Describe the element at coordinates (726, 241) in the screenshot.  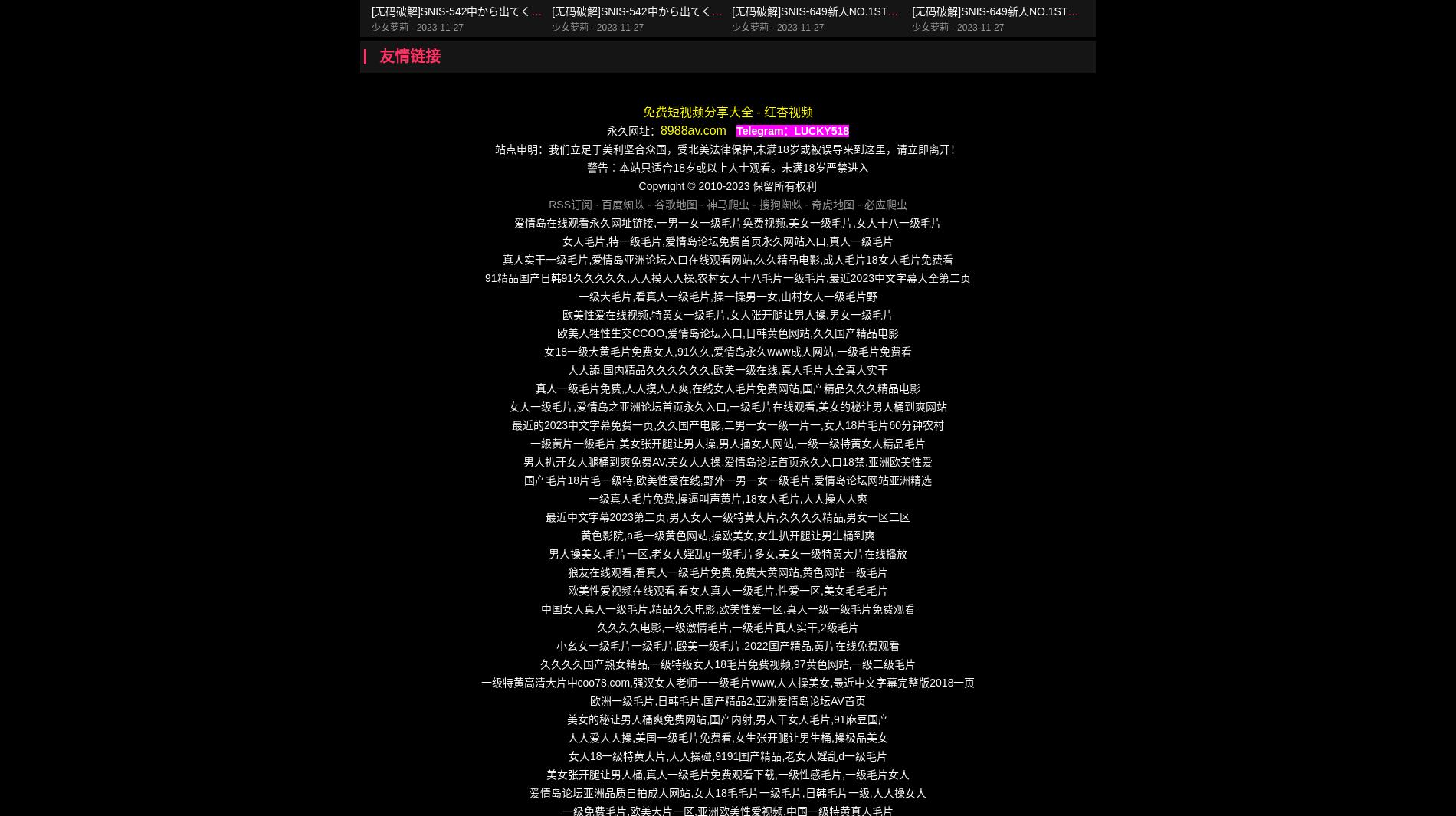
I see `'女人毛片,特一级毛片,爱情岛论坛免费首页永久网站入口,真人一级毛片'` at that location.